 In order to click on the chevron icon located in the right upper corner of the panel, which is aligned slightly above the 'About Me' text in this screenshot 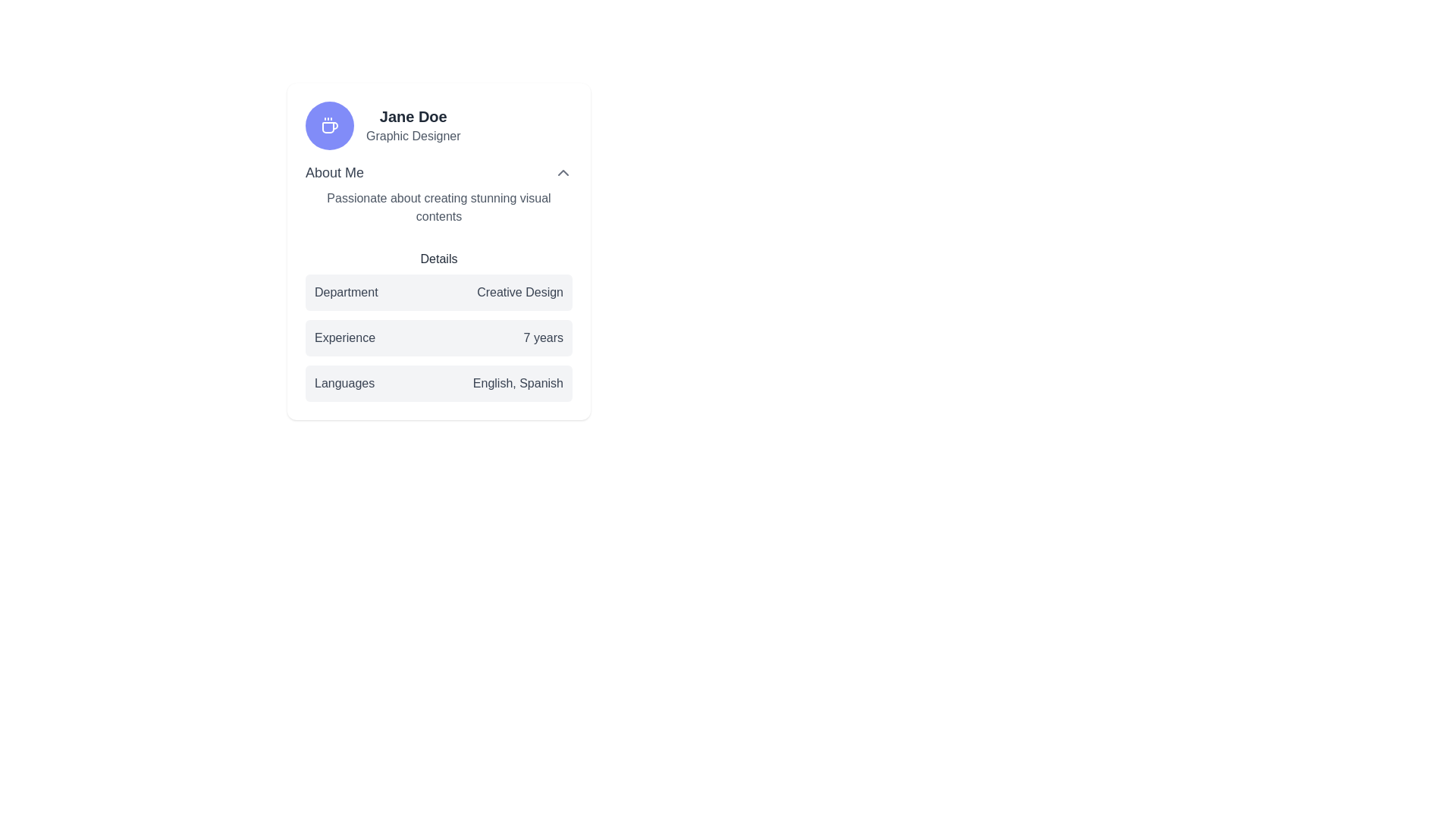, I will do `click(563, 171)`.